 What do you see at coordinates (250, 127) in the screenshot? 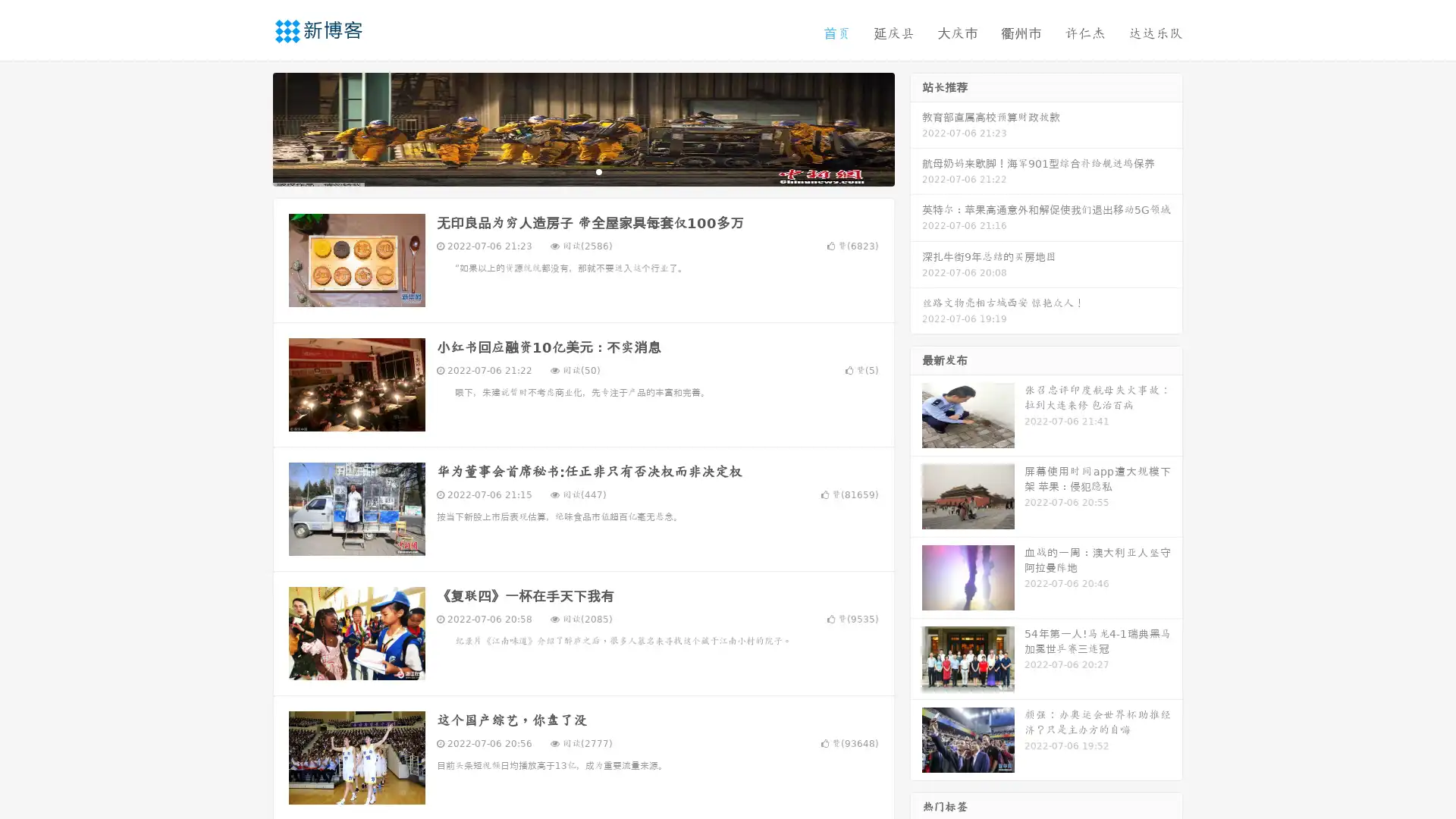
I see `Previous slide` at bounding box center [250, 127].